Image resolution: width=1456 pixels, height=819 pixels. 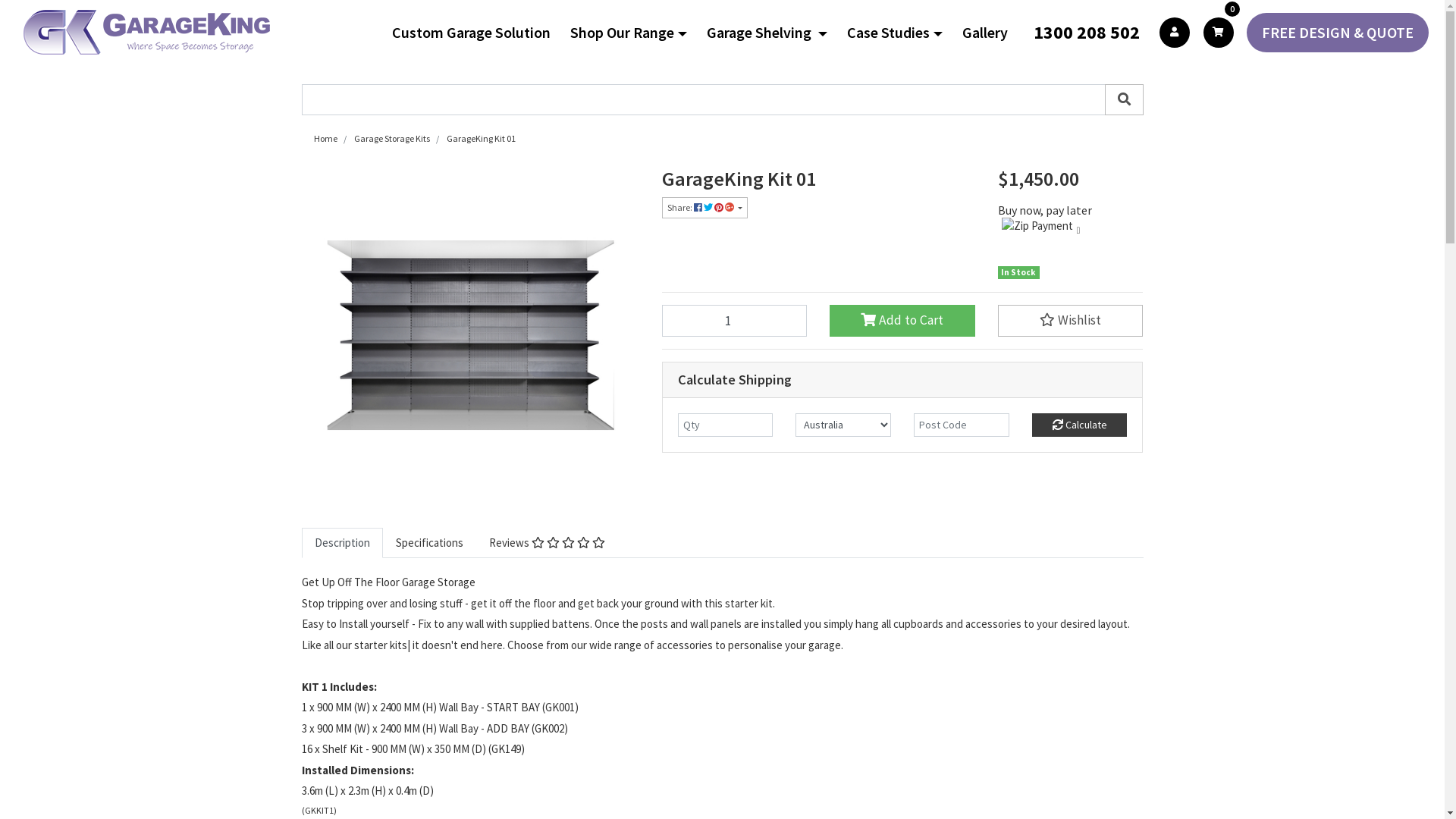 I want to click on 'GarageKing Pty Ltd', so click(x=146, y=32).